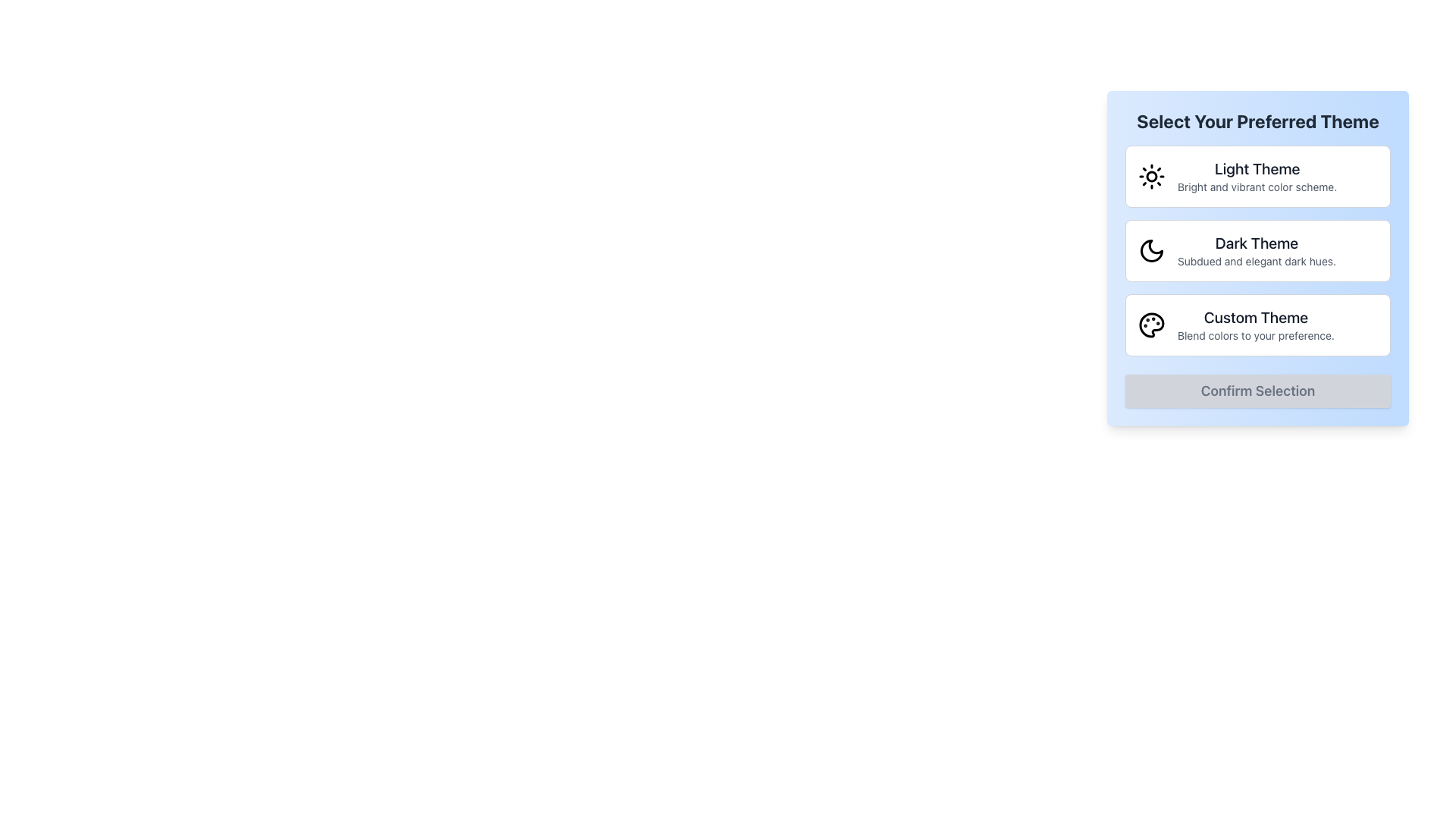  What do you see at coordinates (1256, 324) in the screenshot?
I see `text content from the 'Custom Theme' element, which includes the text 'Custom Theme' in bold black and 'Blend colors to your preference.' in smaller gray text. This element is located in the third box of theme options` at bounding box center [1256, 324].